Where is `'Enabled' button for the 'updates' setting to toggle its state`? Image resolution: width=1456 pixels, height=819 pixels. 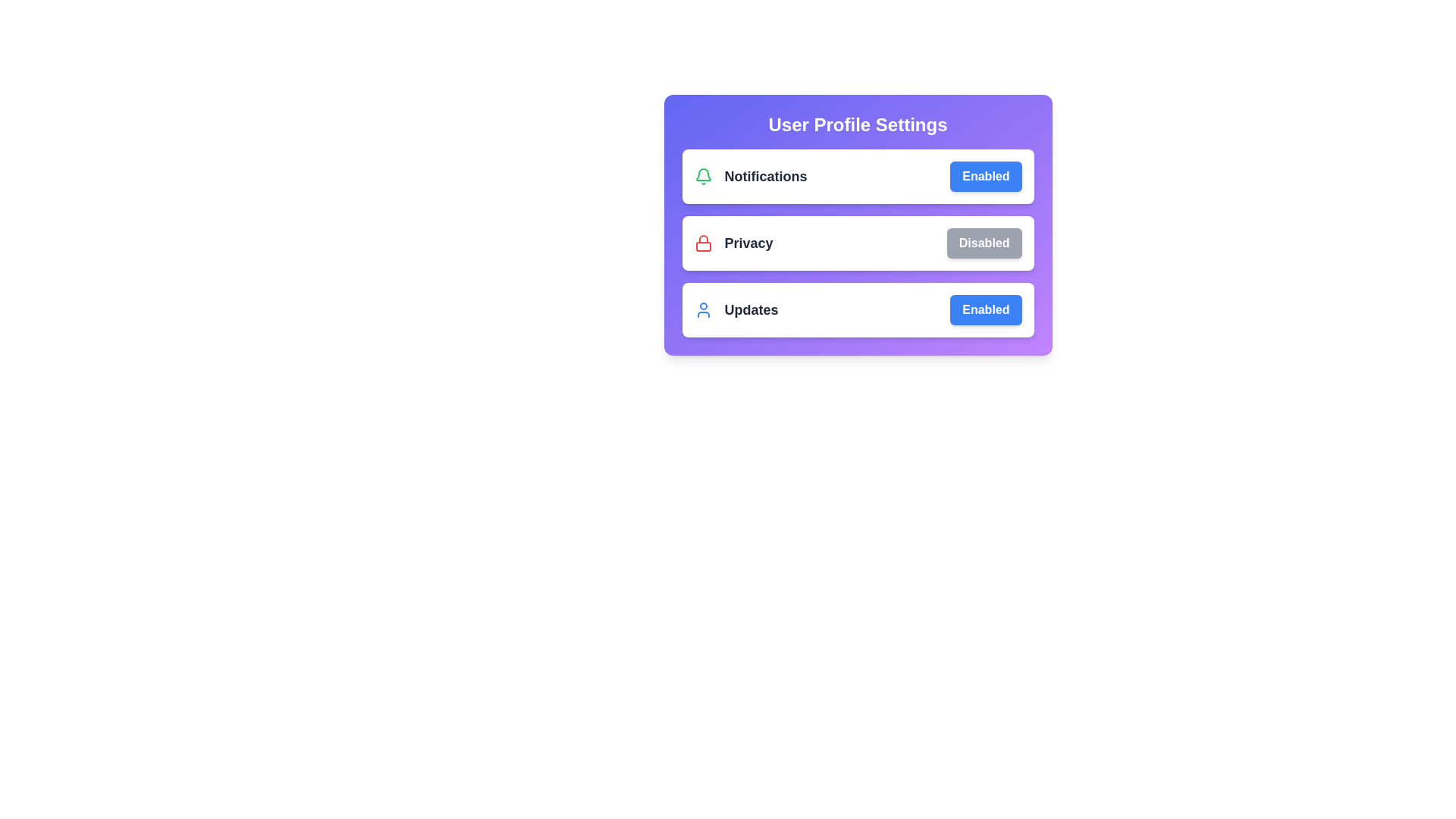 'Enabled' button for the 'updates' setting to toggle its state is located at coordinates (986, 309).